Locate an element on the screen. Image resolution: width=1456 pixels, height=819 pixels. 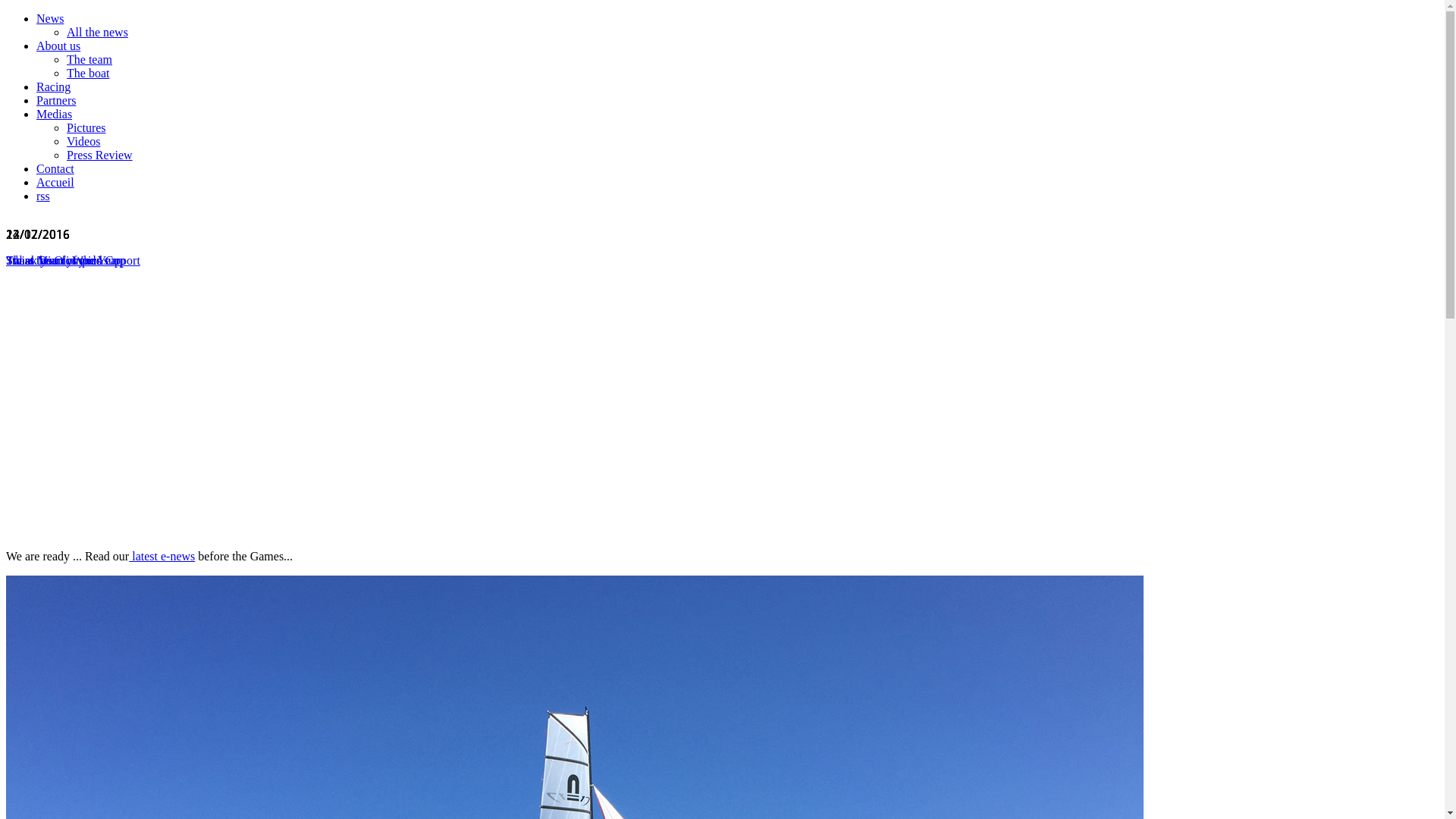
'Partners' is located at coordinates (36, 100).